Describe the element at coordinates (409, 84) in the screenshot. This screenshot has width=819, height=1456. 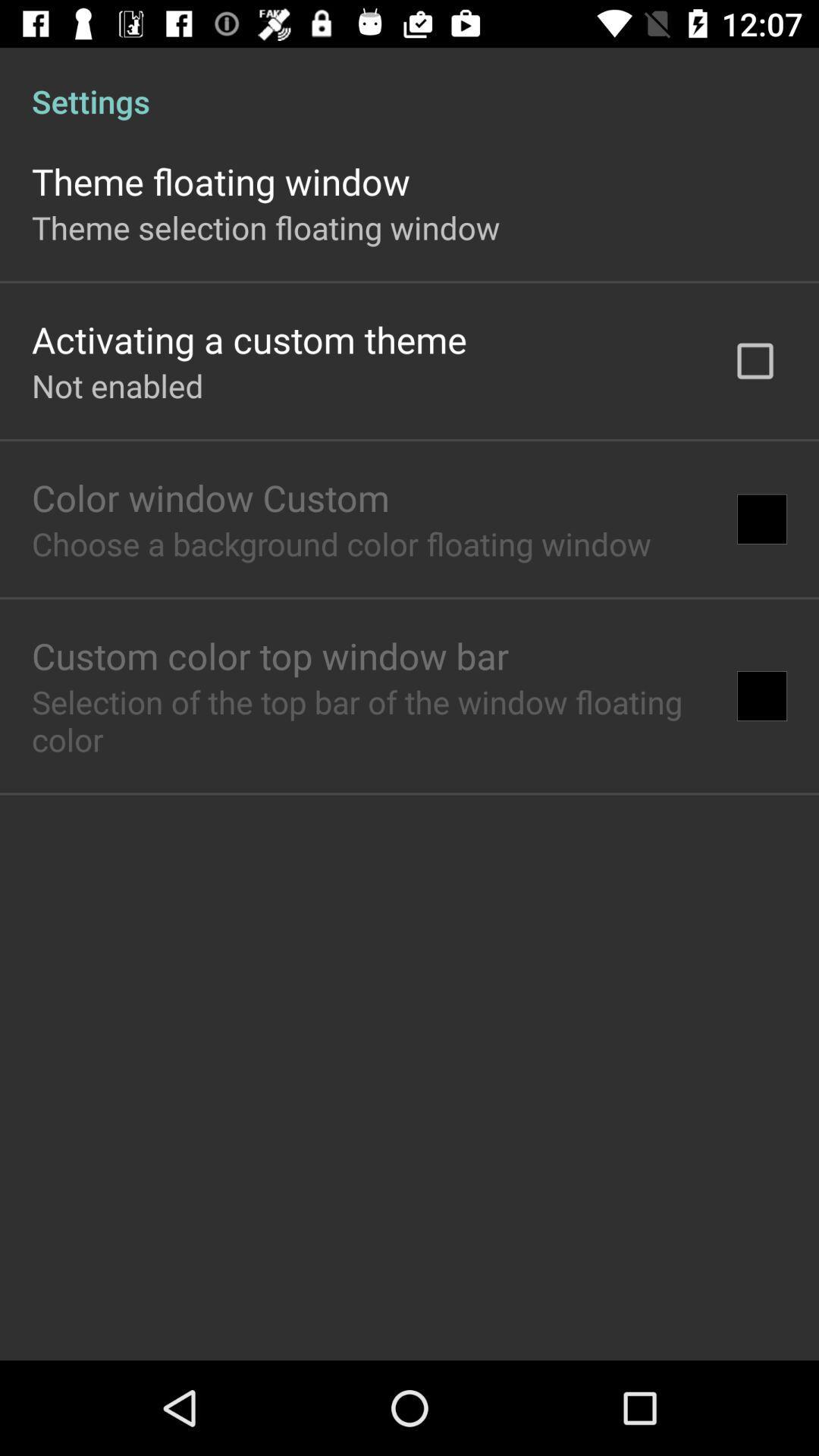
I see `settings` at that location.